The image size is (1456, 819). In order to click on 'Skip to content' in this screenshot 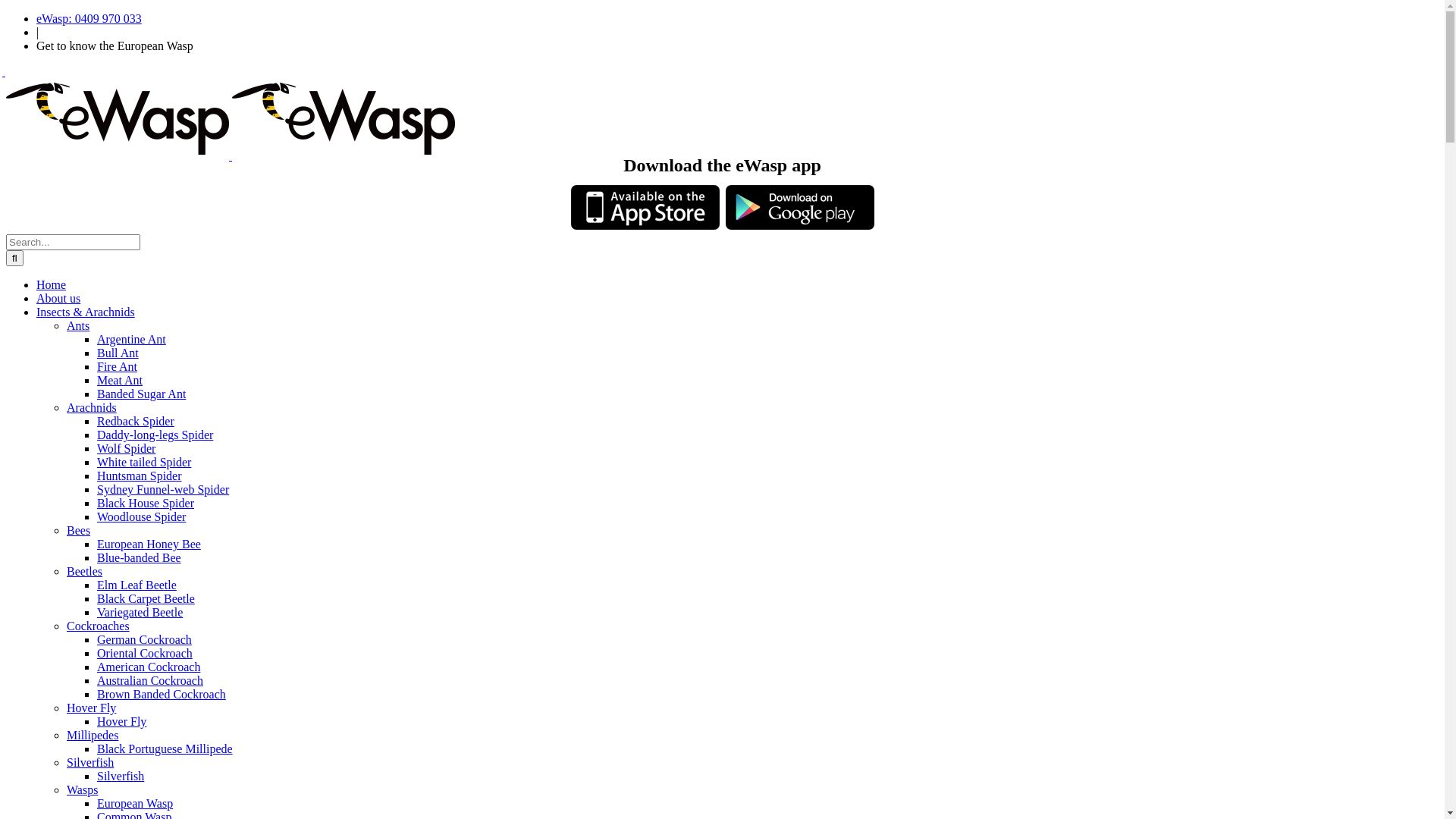, I will do `click(5, 11)`.